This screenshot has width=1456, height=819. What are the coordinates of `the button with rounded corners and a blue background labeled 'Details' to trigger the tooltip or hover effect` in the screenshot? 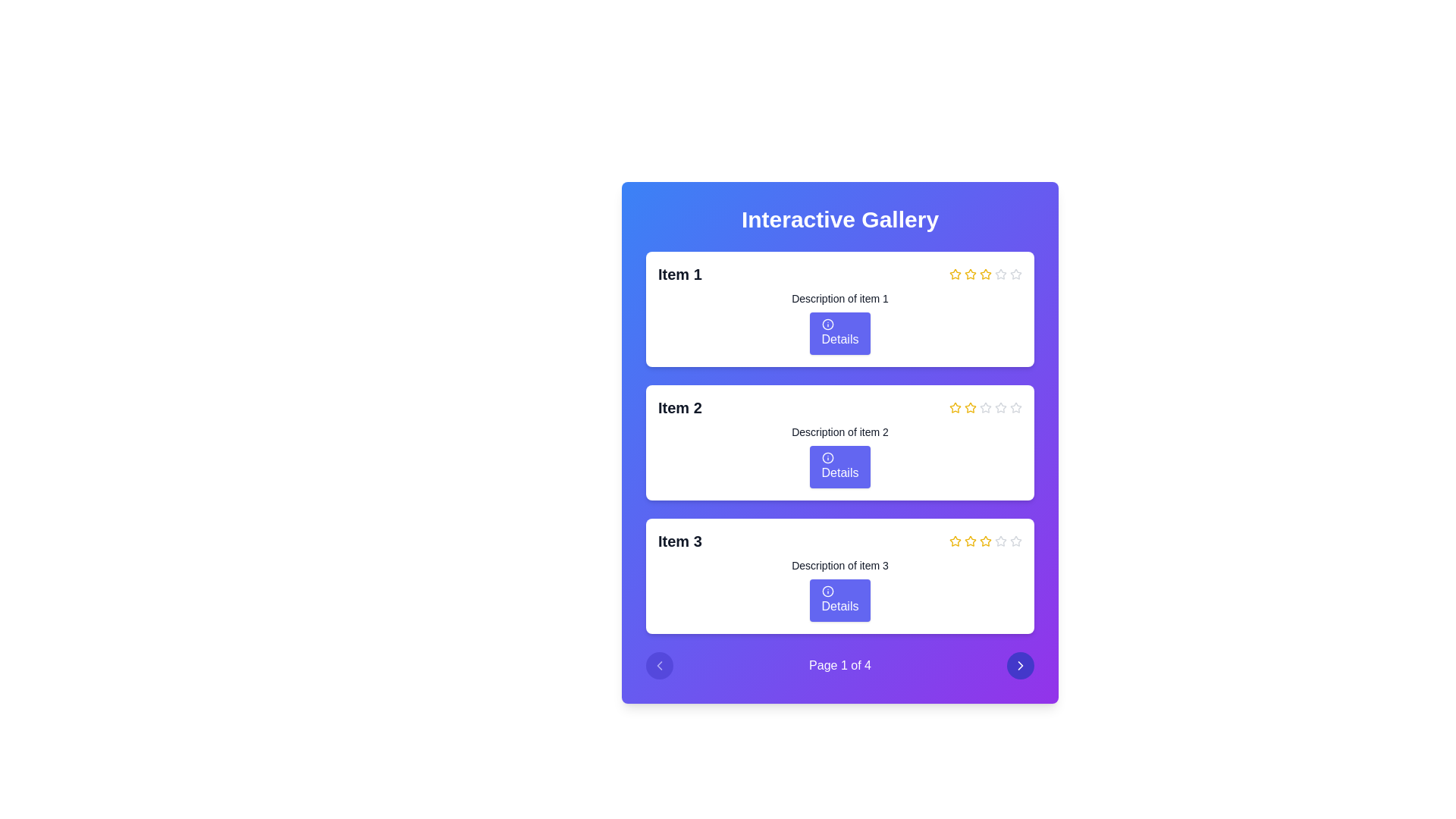 It's located at (839, 466).